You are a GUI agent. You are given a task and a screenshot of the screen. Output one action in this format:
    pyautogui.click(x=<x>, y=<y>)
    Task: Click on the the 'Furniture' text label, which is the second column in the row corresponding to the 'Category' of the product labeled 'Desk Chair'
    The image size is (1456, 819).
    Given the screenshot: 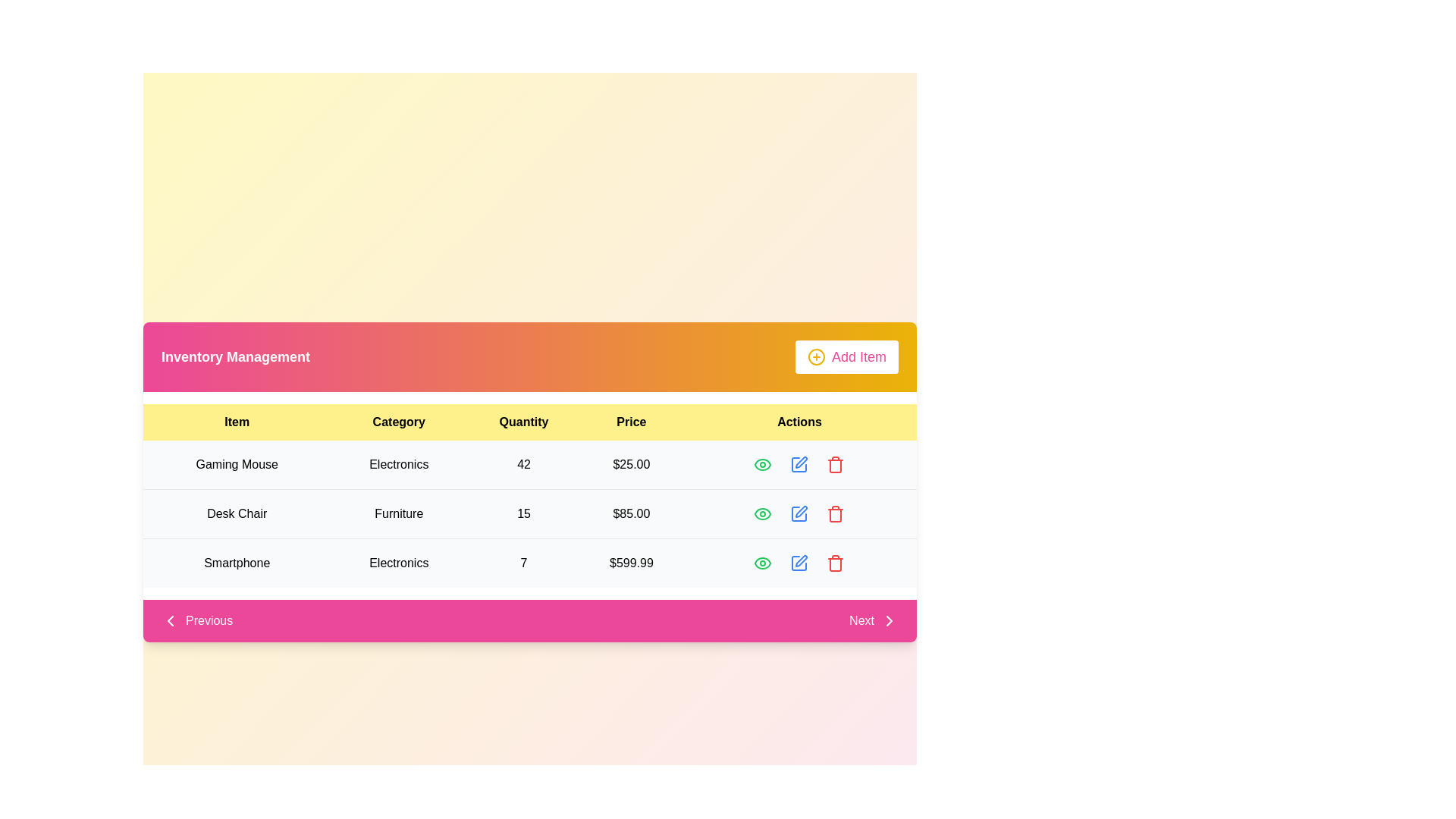 What is the action you would take?
    pyautogui.click(x=399, y=513)
    